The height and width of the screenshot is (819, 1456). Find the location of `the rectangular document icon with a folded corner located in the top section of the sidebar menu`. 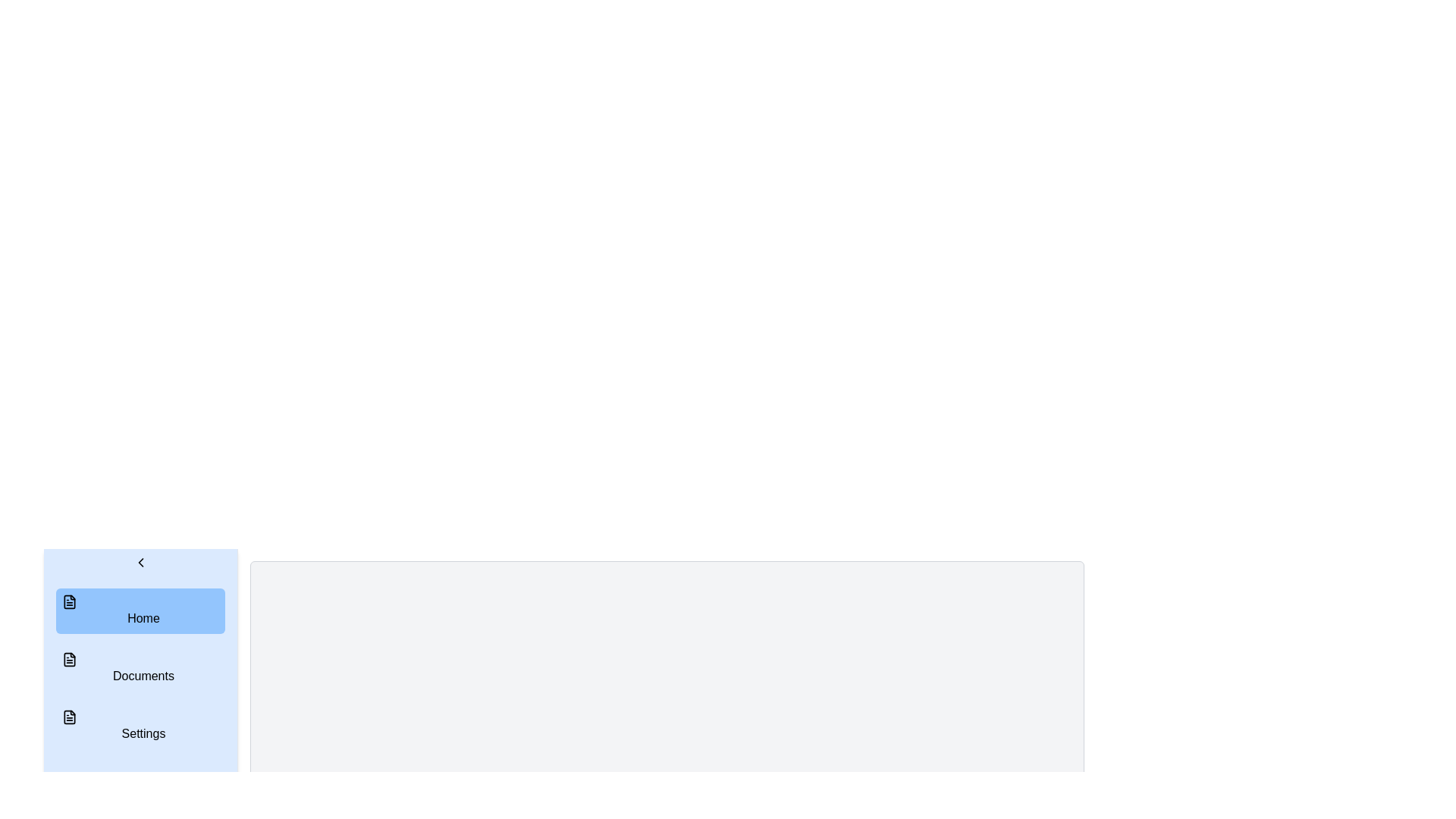

the rectangular document icon with a folded corner located in the top section of the sidebar menu is located at coordinates (68, 601).